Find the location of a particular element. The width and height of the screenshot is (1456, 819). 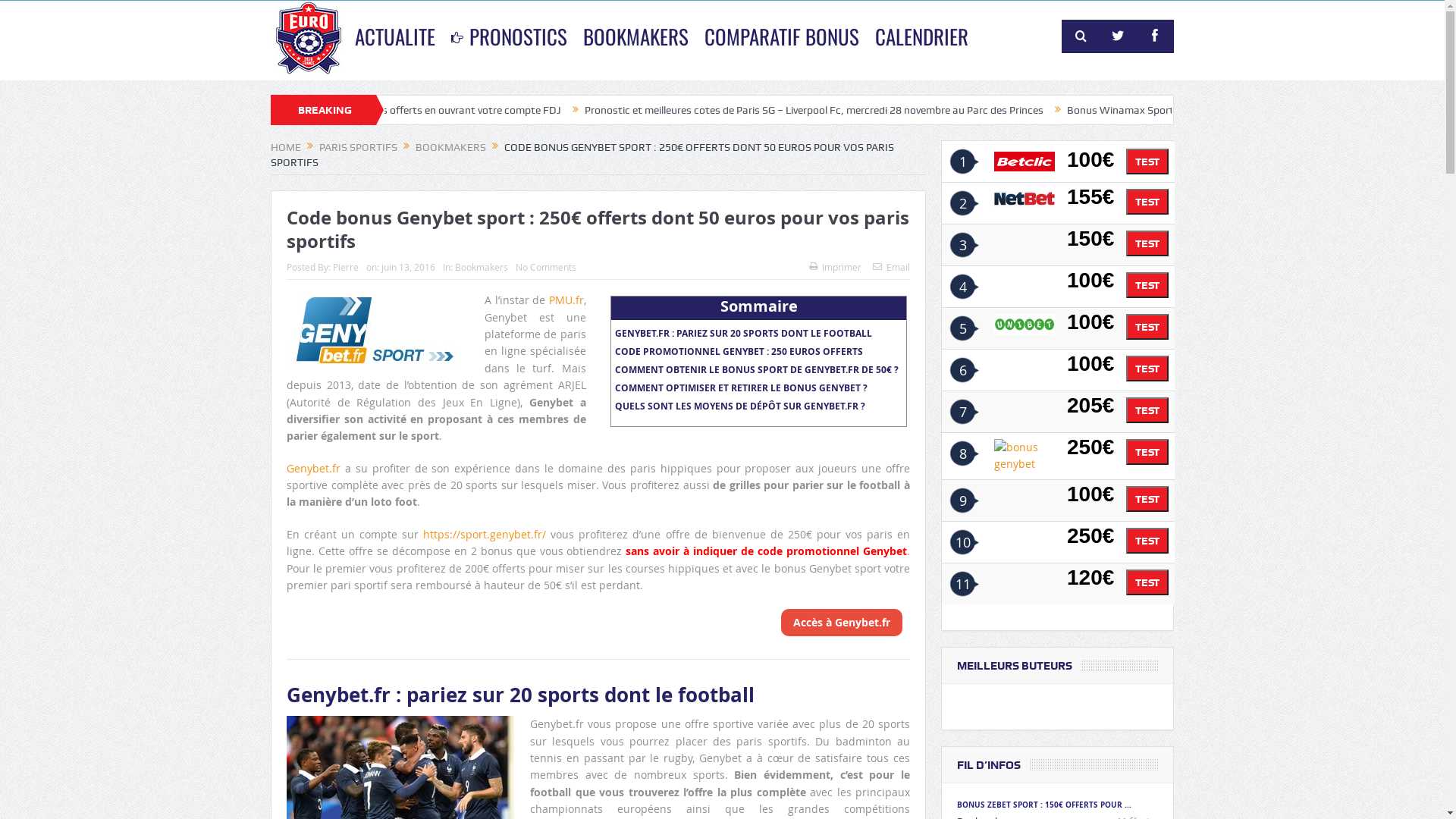

'No Comments' is located at coordinates (546, 265).